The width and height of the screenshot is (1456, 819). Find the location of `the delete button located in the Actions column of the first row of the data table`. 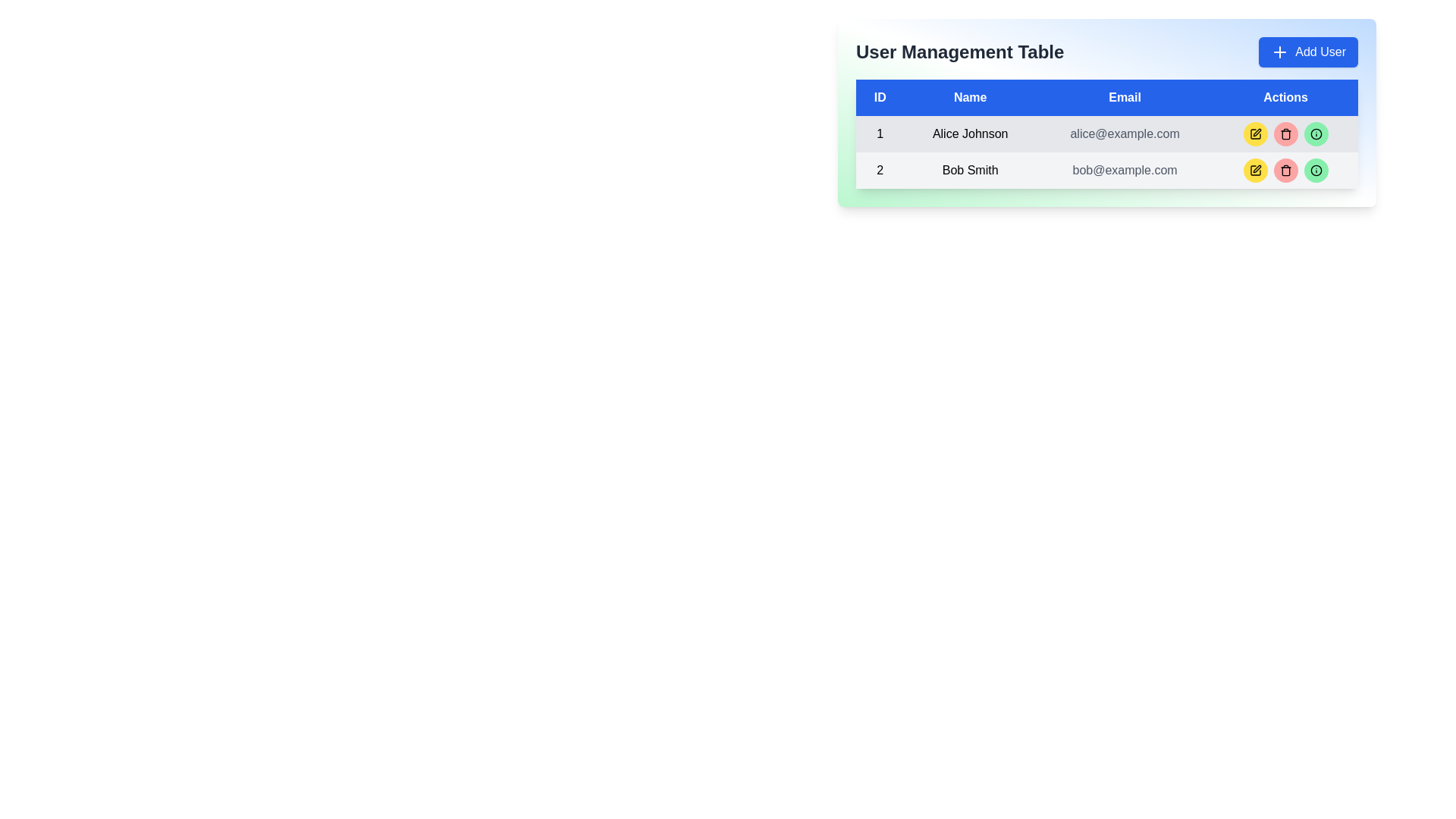

the delete button located in the Actions column of the first row of the data table is located at coordinates (1285, 133).